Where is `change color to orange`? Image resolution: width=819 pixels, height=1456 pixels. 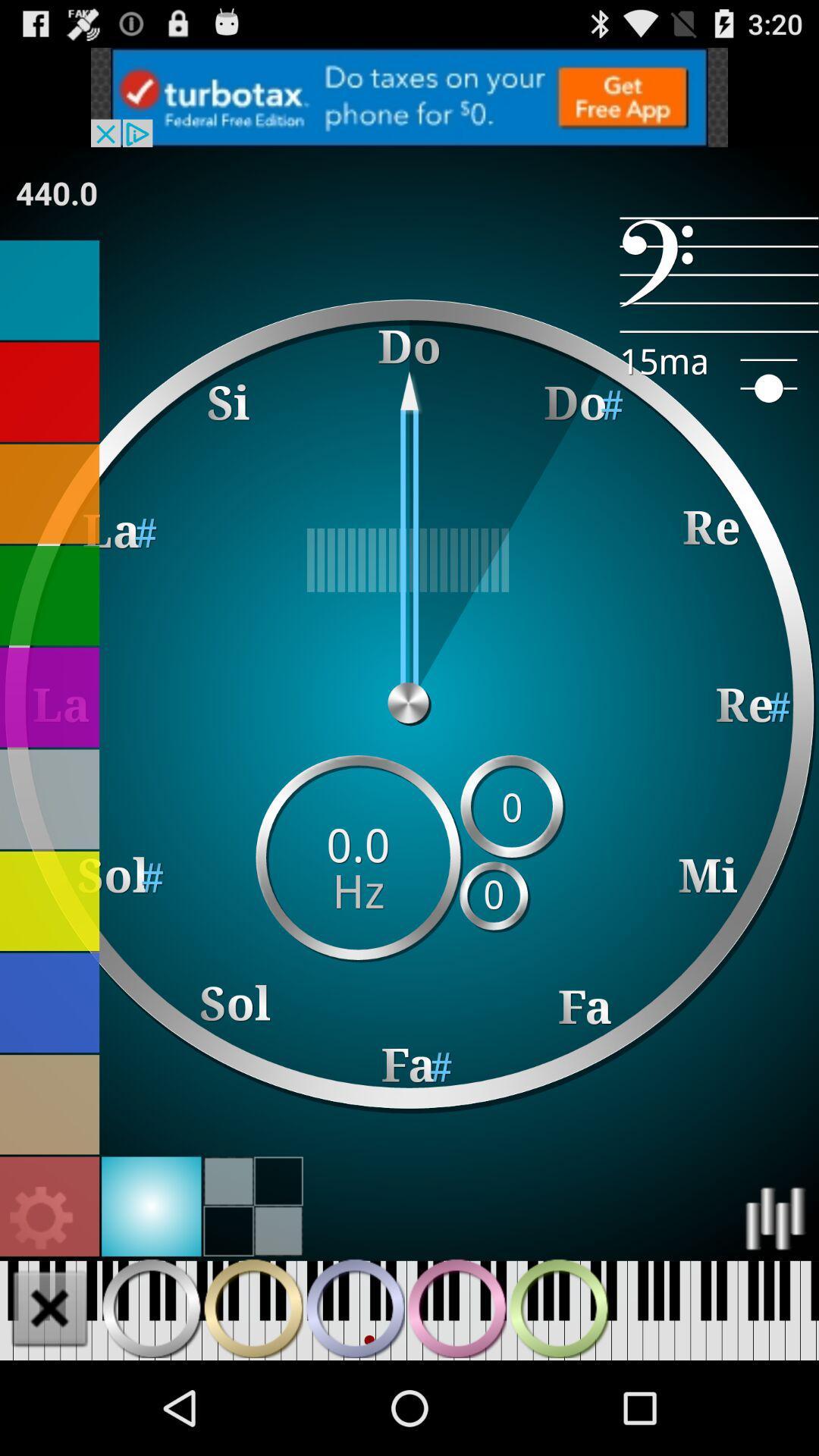
change color to orange is located at coordinates (49, 494).